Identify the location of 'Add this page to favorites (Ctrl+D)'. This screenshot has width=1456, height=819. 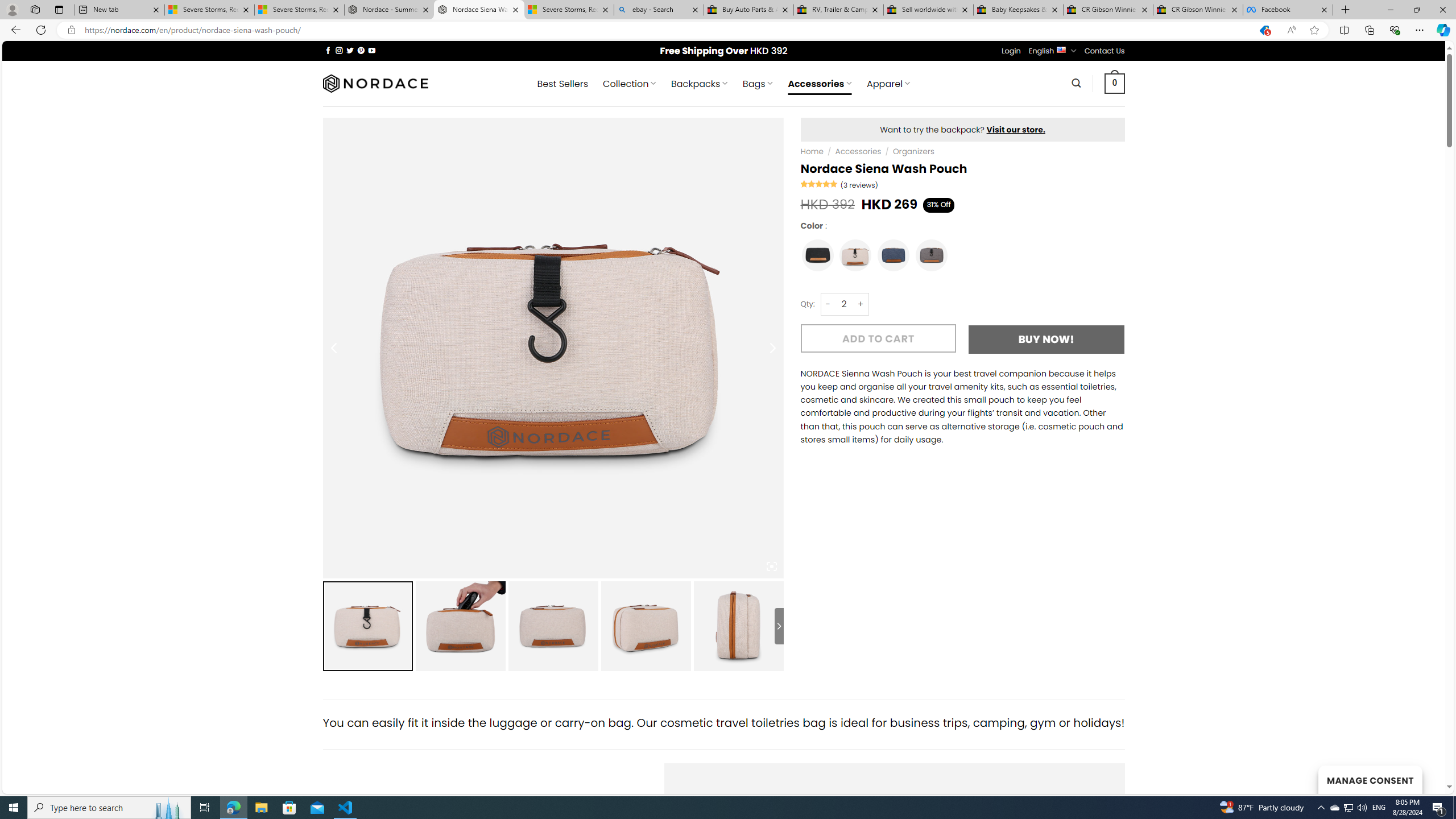
(1314, 30).